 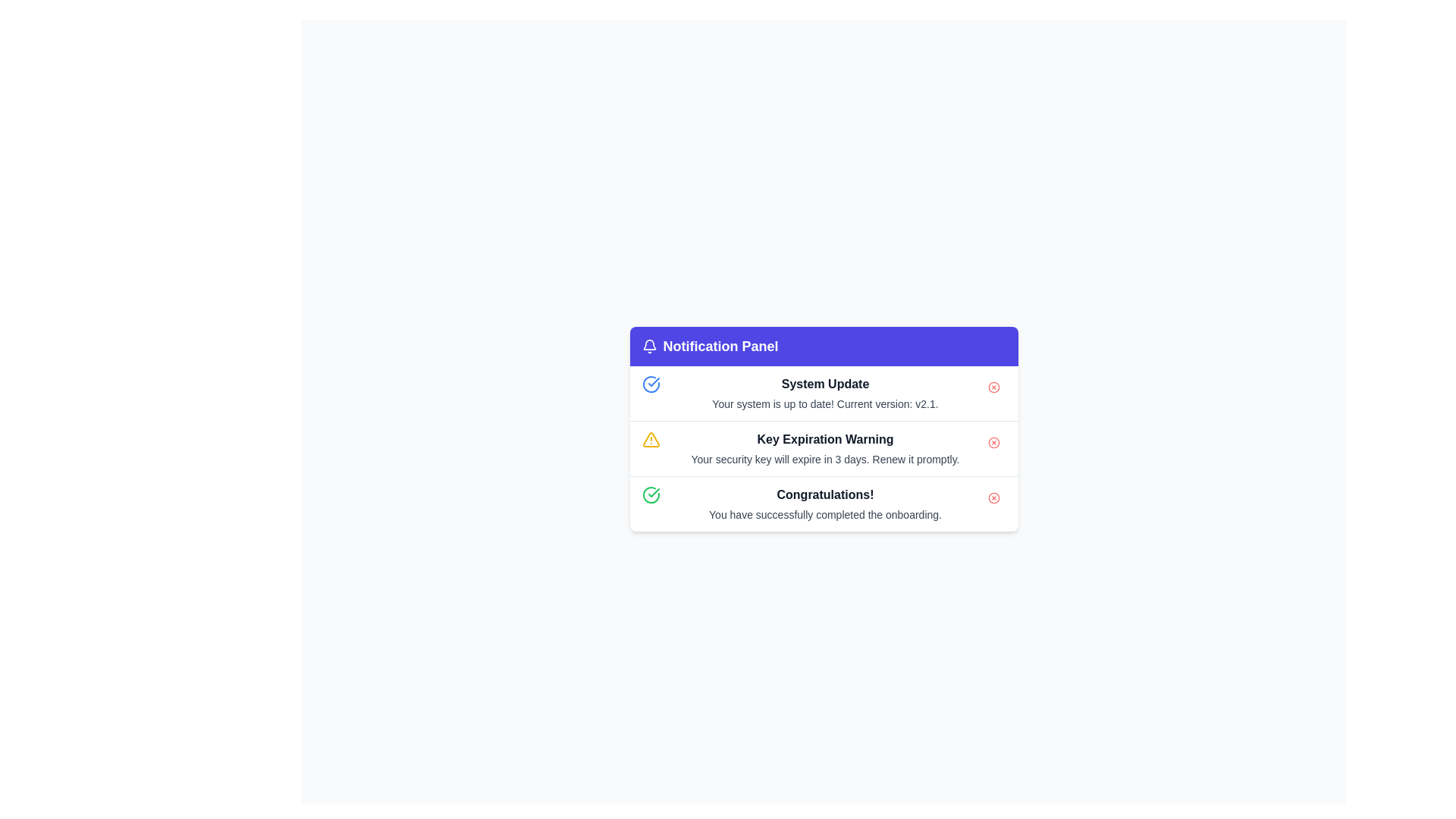 I want to click on the close button located on the right side of the middle row of the notification panel, next to the 'Key Expiration Warning' text, so click(x=993, y=442).